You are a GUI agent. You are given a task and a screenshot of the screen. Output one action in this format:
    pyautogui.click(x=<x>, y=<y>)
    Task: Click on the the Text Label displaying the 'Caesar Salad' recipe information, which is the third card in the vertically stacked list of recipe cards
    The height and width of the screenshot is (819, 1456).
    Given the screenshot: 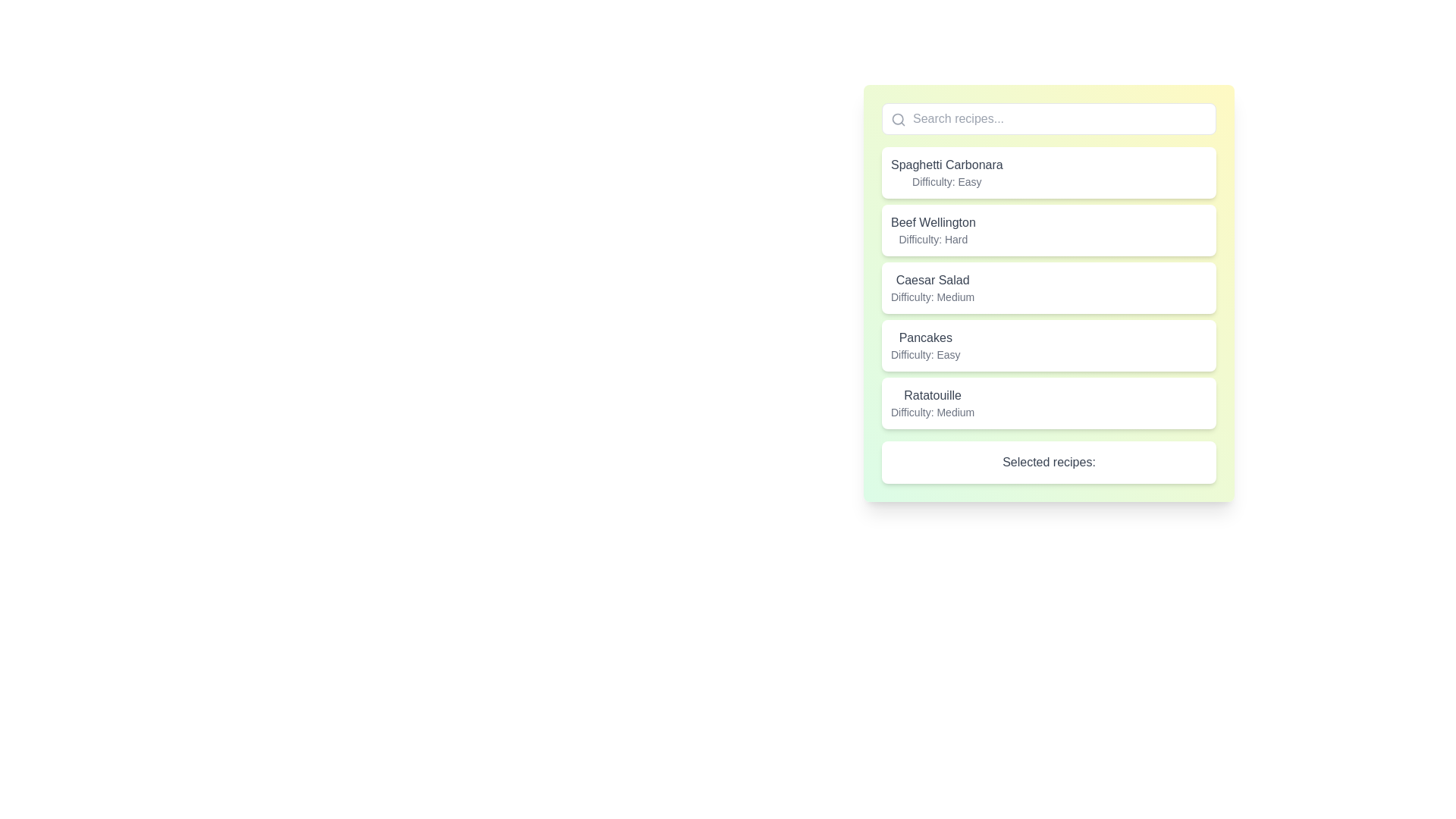 What is the action you would take?
    pyautogui.click(x=932, y=288)
    